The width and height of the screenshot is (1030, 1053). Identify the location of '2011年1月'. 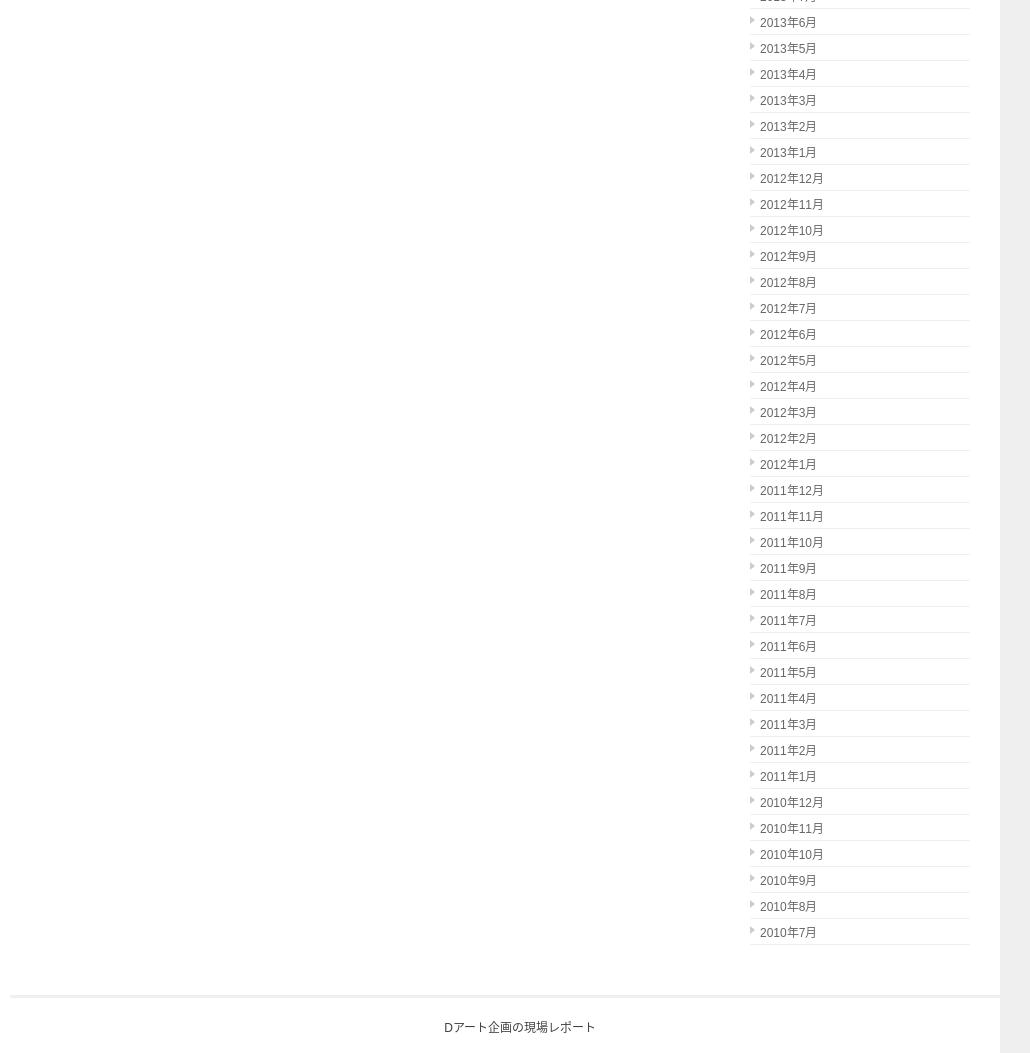
(787, 777).